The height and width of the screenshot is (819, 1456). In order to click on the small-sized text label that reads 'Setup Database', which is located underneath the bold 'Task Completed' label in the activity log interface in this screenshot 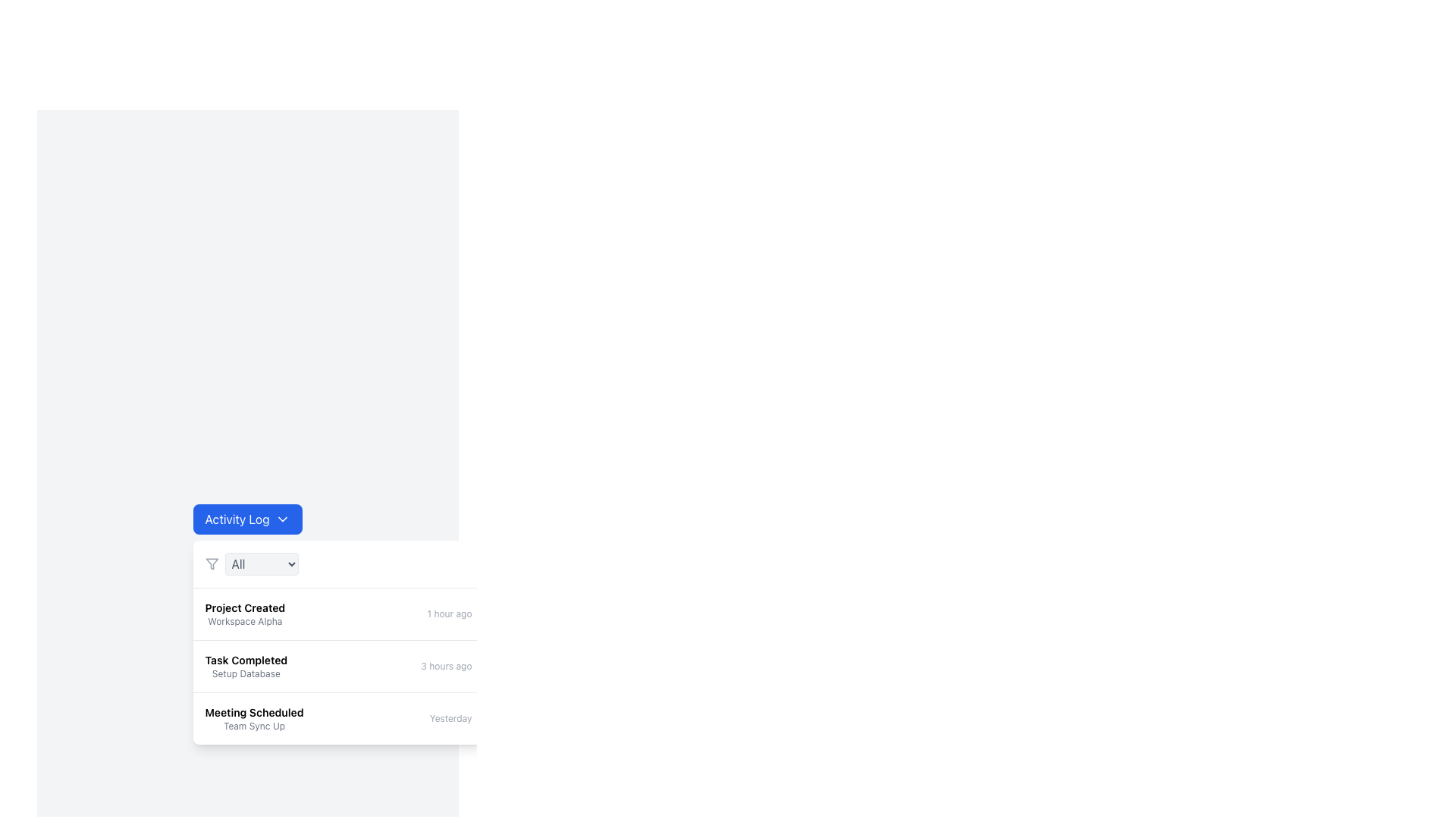, I will do `click(246, 673)`.